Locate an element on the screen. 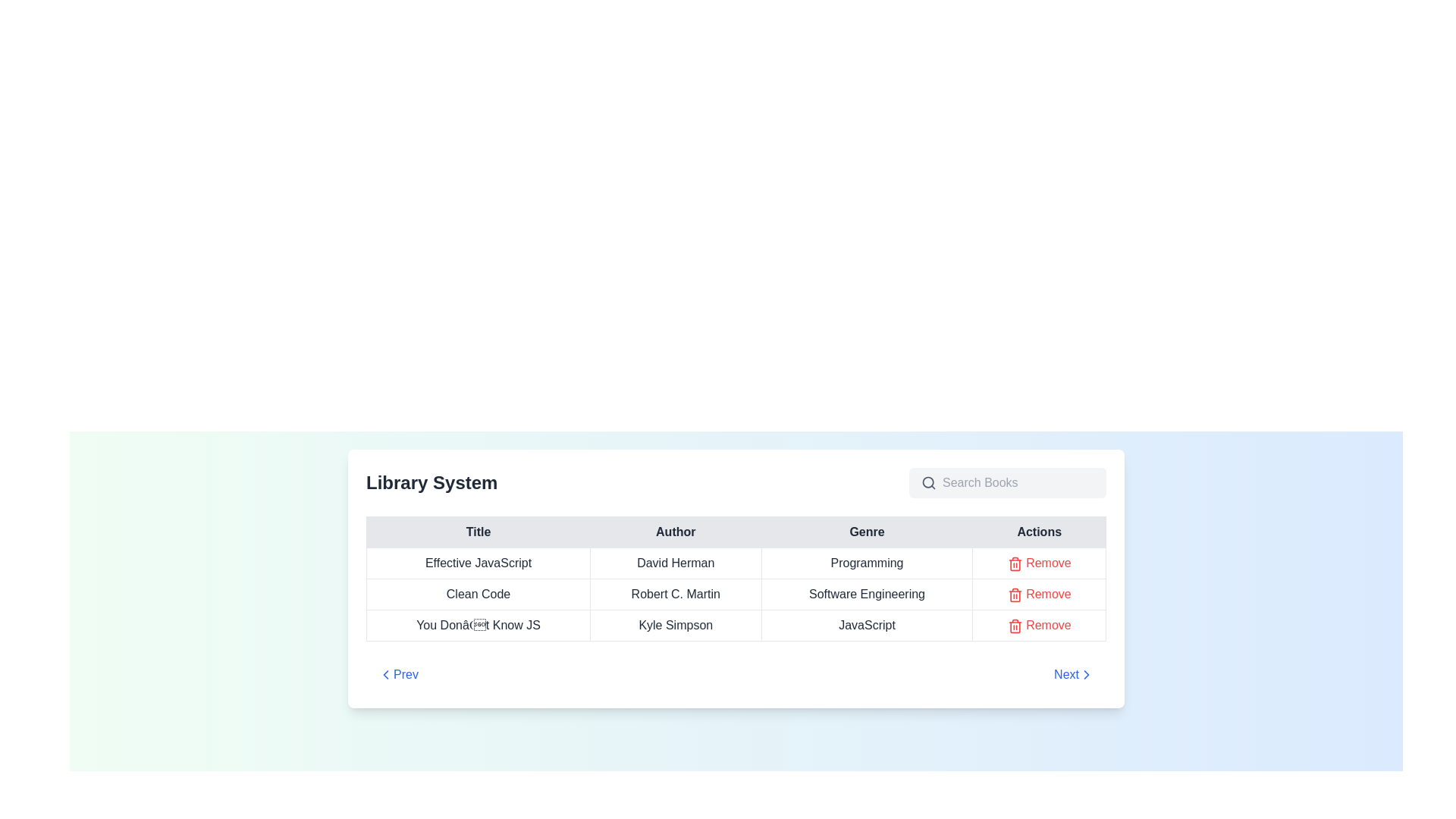 The image size is (1456, 819). the forward navigation icon within the 'Next' button in the pagination control at the bottom-right edge of the main table display is located at coordinates (1086, 674).